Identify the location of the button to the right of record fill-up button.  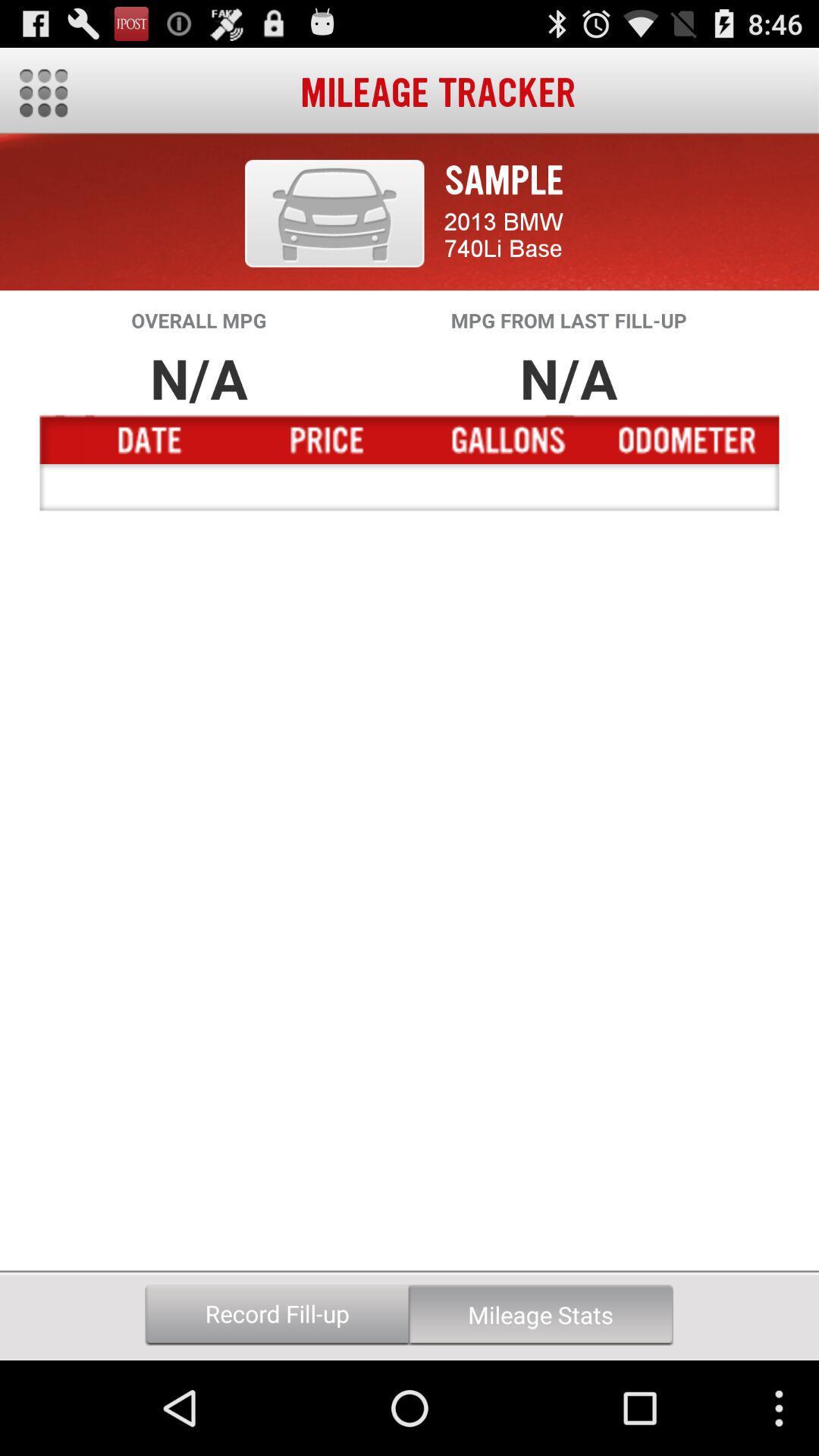
(540, 1314).